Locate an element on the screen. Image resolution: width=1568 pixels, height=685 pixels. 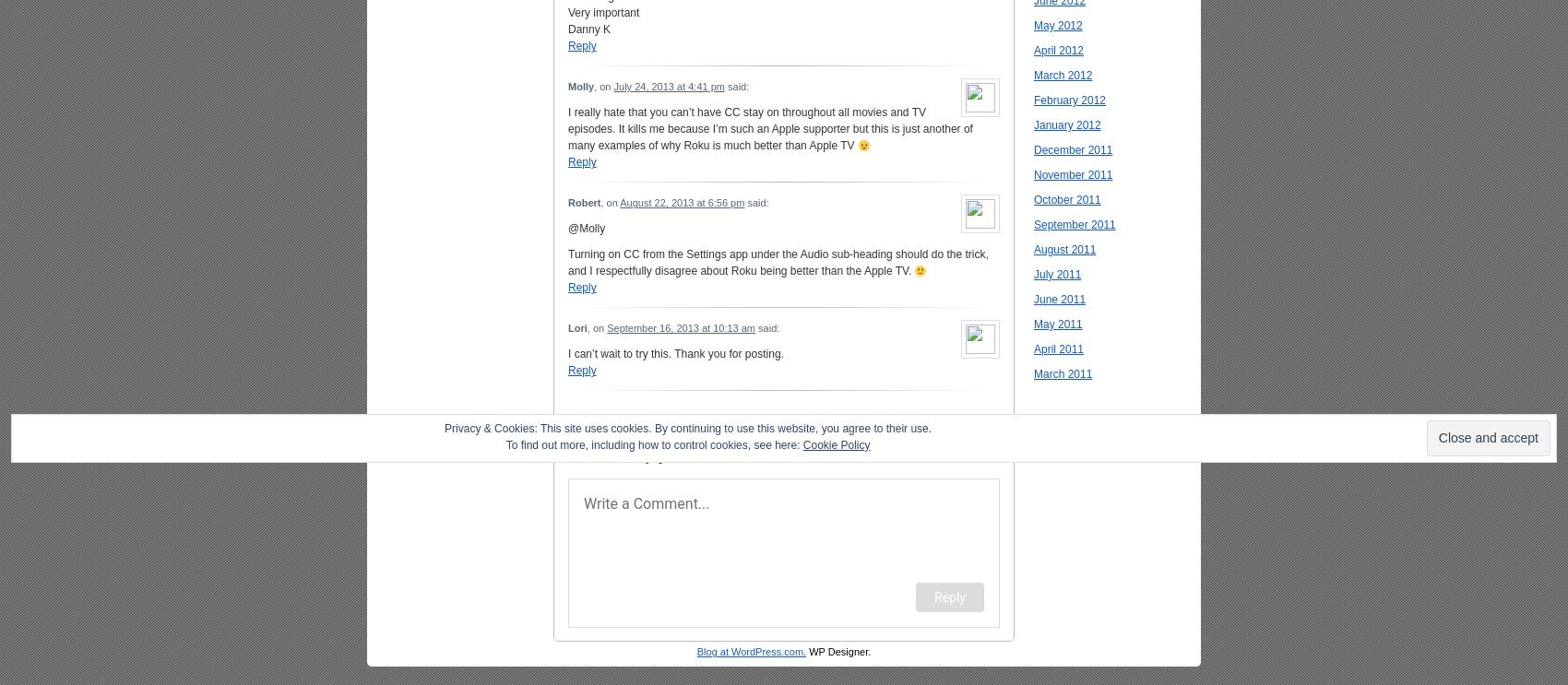
'Blog at WordPress.com.' is located at coordinates (695, 651).